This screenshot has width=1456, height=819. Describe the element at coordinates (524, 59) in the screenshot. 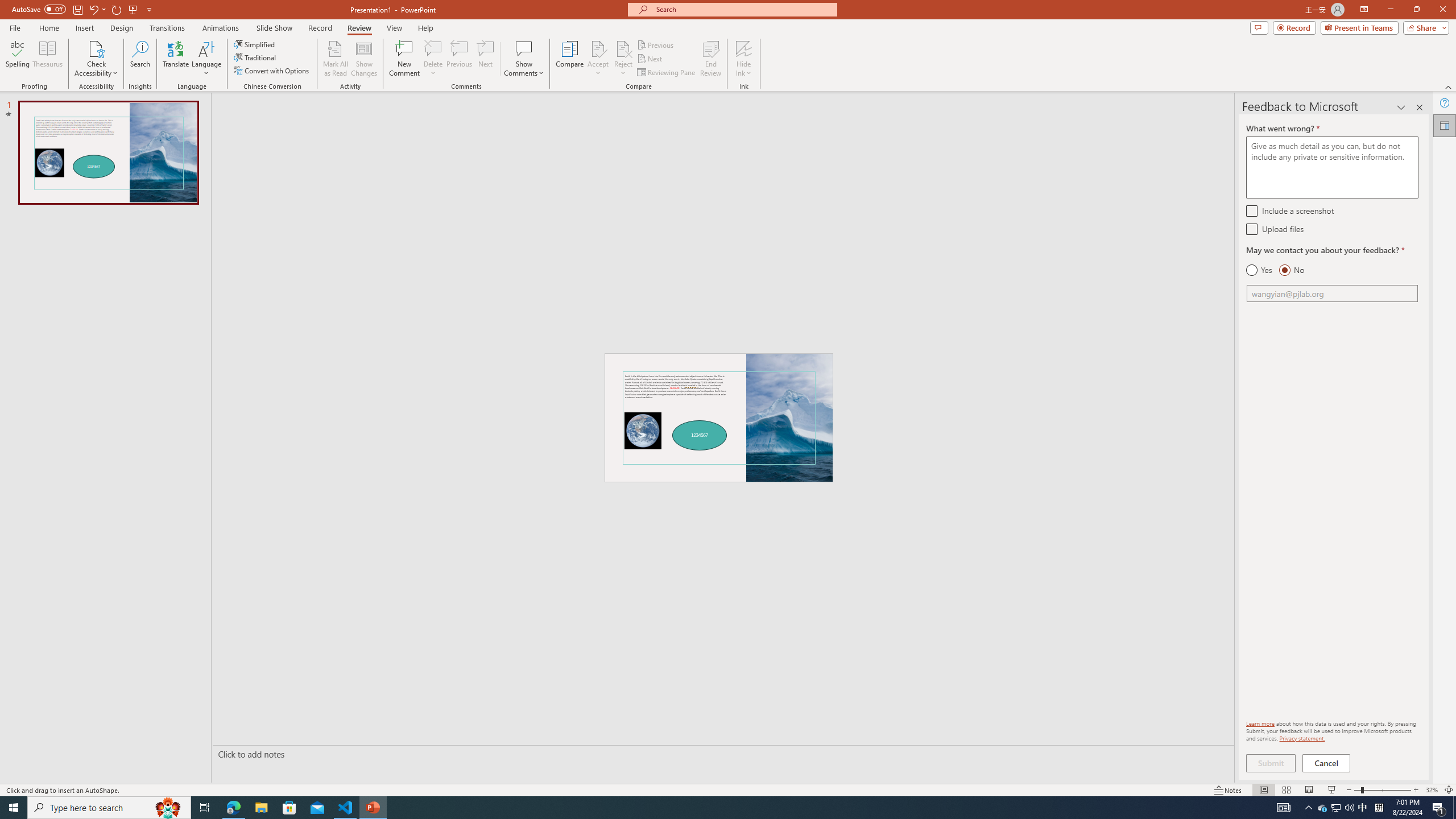

I see `'Show Comments'` at that location.